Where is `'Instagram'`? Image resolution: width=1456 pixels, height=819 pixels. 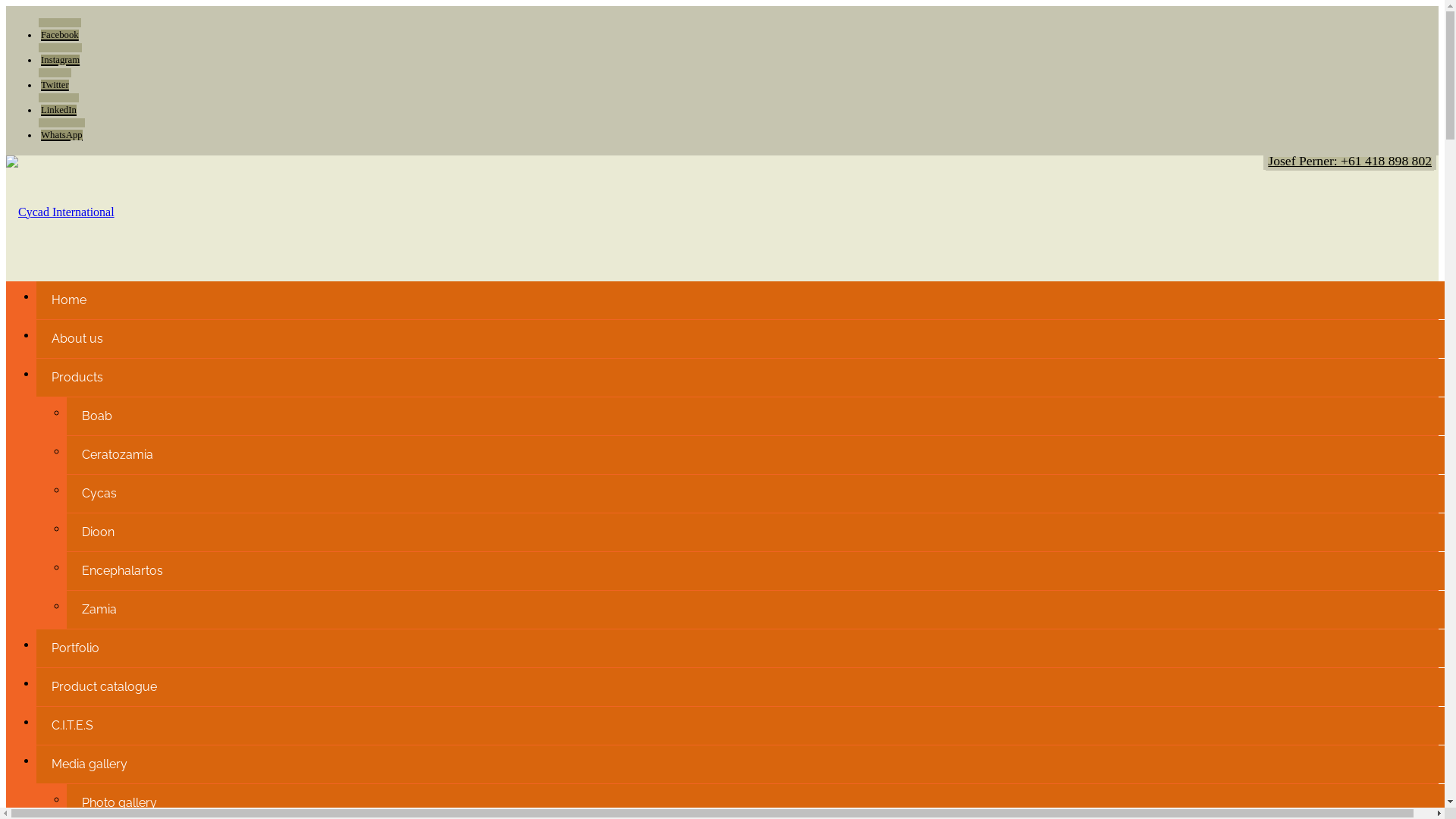 'Instagram' is located at coordinates (60, 55).